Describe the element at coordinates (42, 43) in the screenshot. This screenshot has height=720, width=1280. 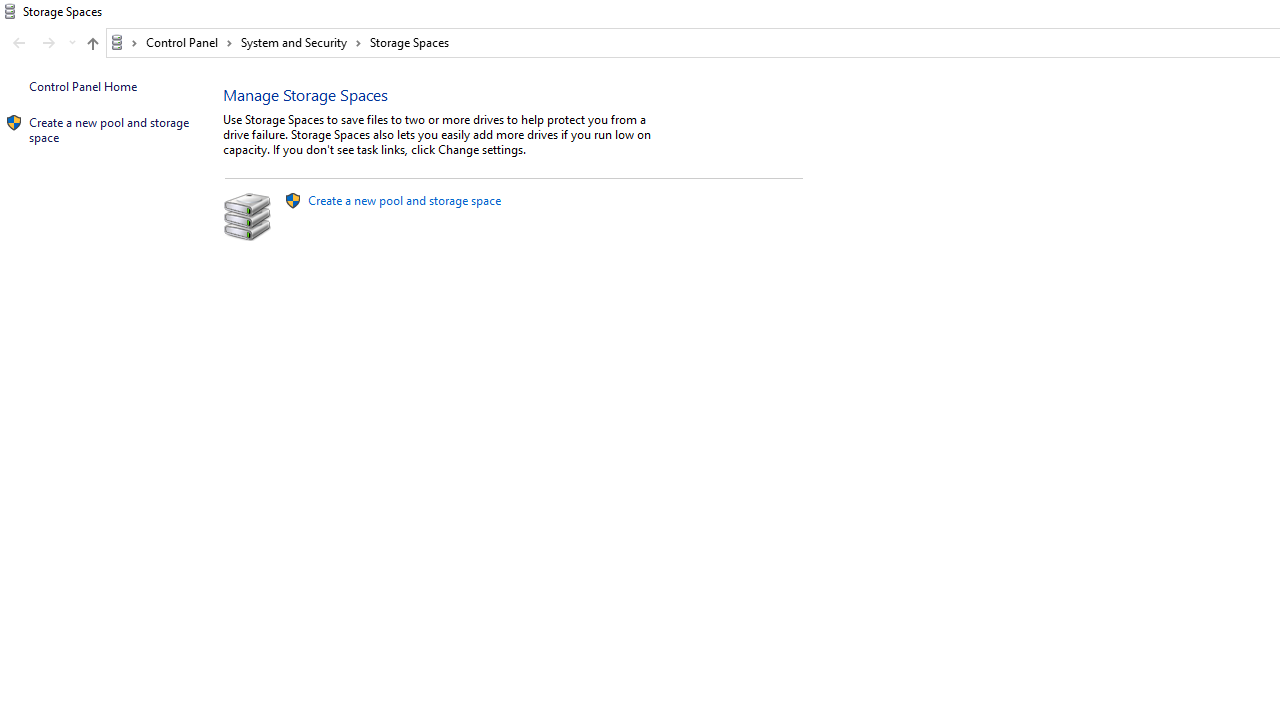
I see `'Navigation buttons'` at that location.